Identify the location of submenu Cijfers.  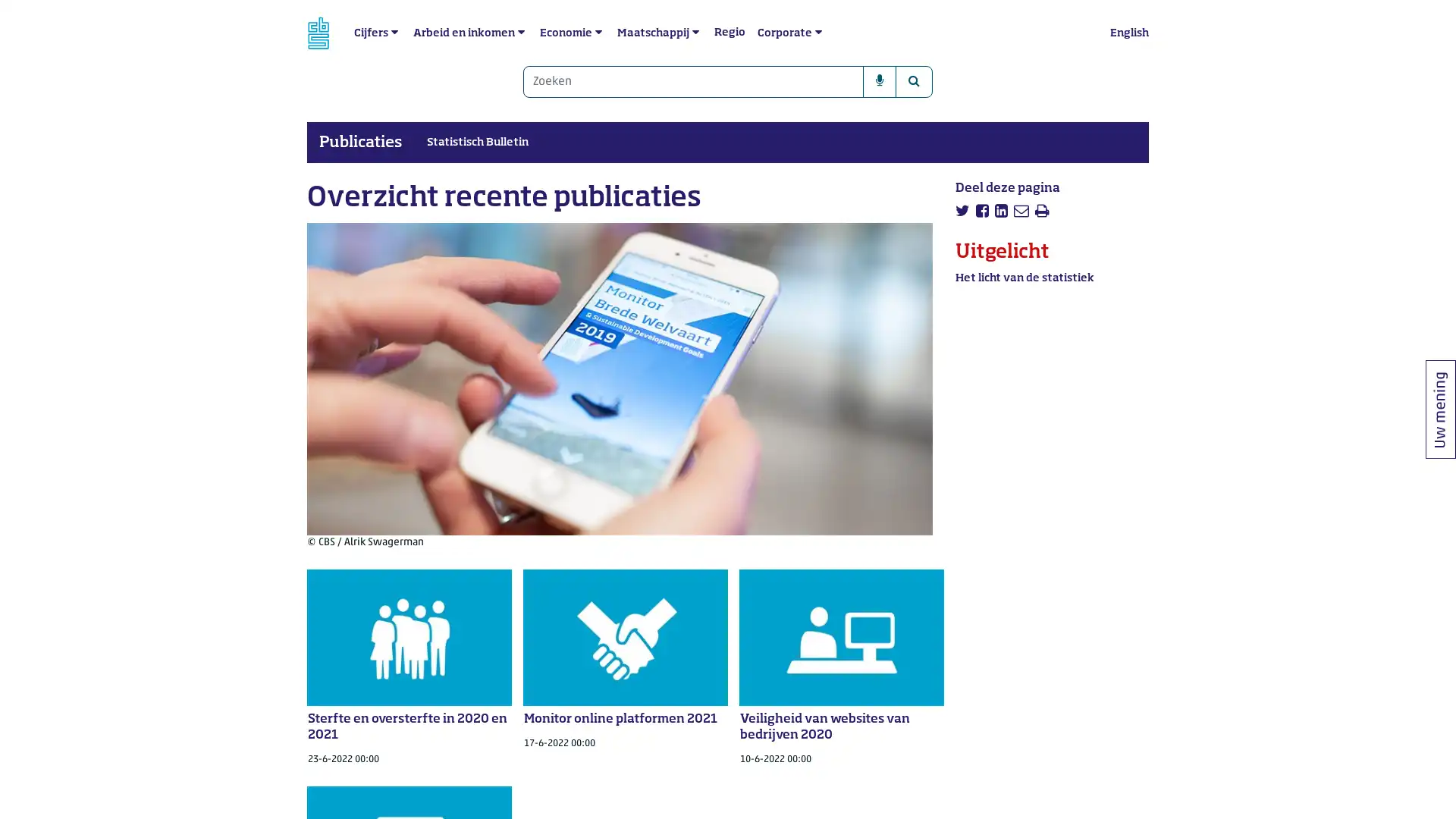
(394, 32).